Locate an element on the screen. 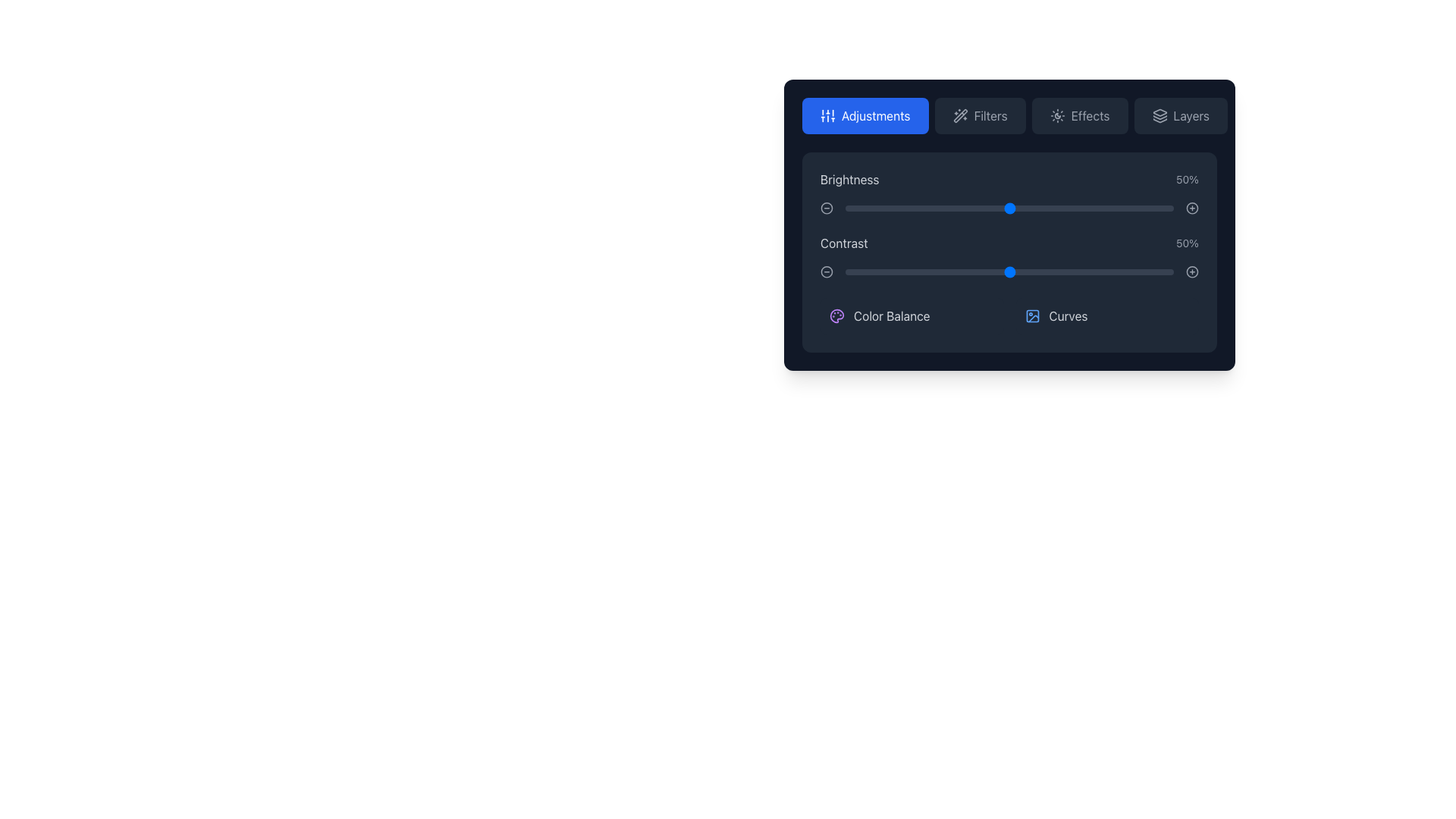  the current value displayed in the 'Contrast' text label, which shows '50%' and is located to the right of the 'Contrast' slider is located at coordinates (1186, 242).